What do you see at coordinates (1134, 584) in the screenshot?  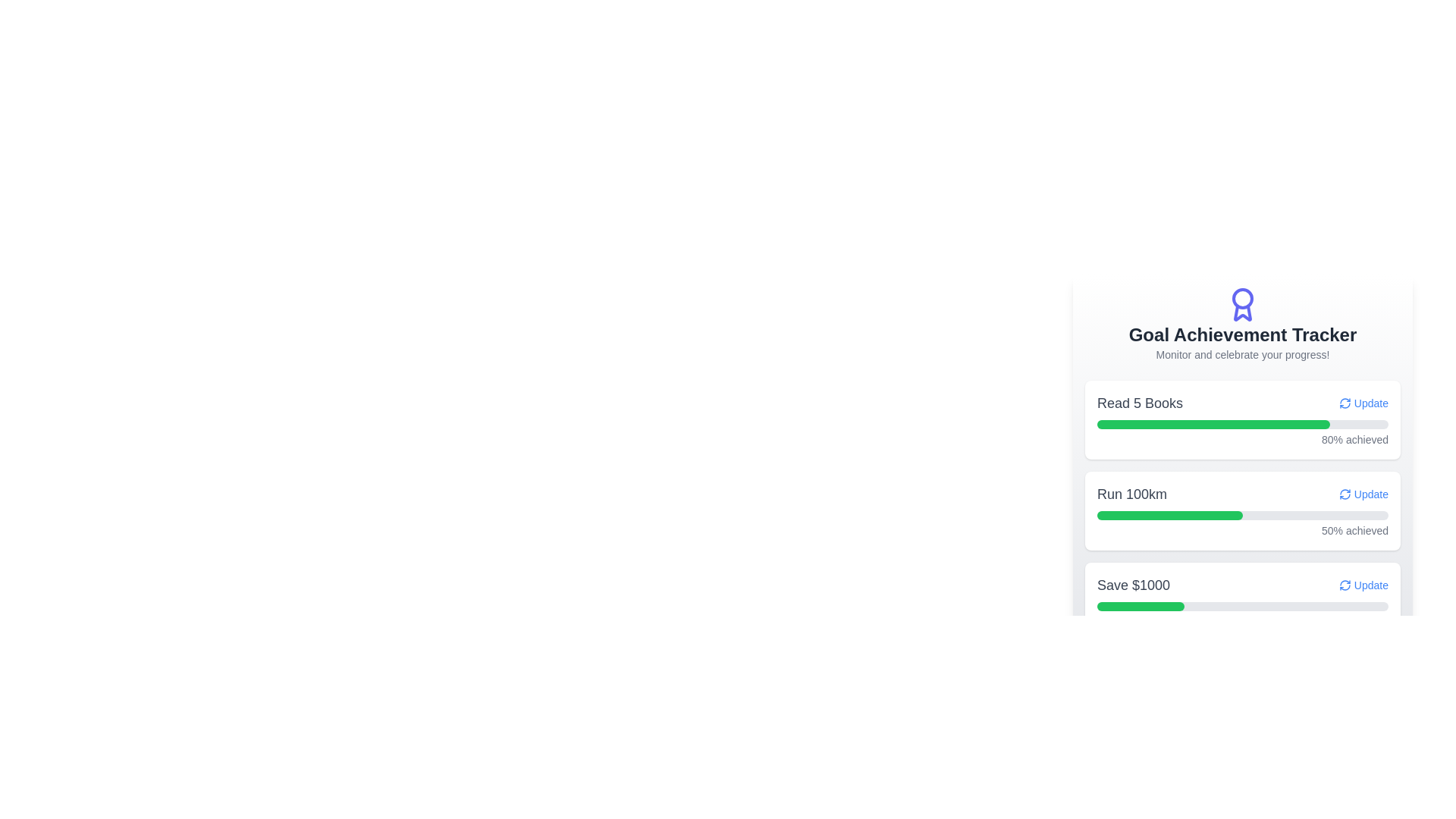 I see `static text label describing the financial saving goal 'Save $1000', located in the last row of the 'Goal Achievement Tracker' section, to the left of the 'Update' link button` at bounding box center [1134, 584].